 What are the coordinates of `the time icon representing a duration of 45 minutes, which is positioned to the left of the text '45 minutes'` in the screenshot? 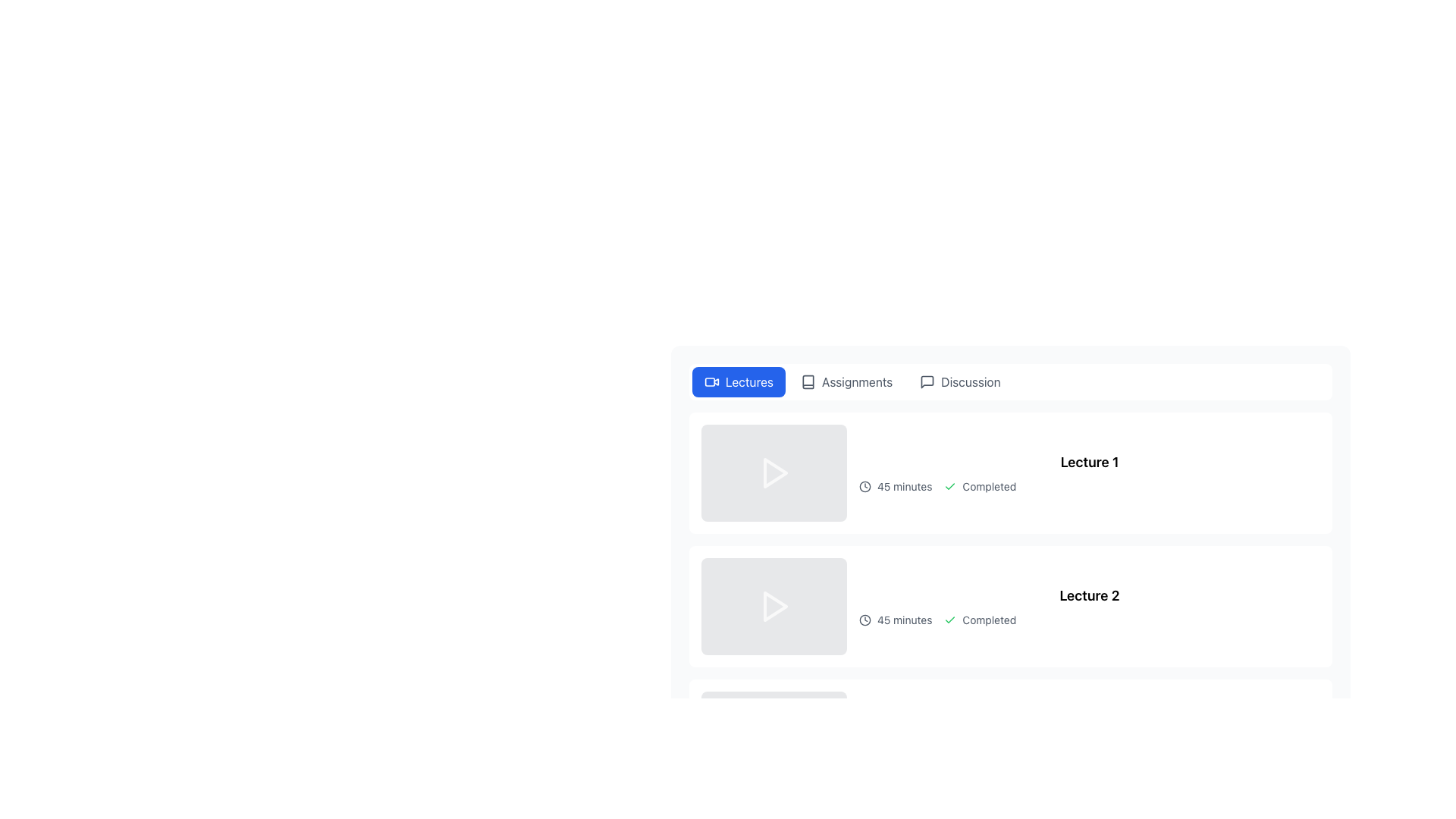 It's located at (865, 620).